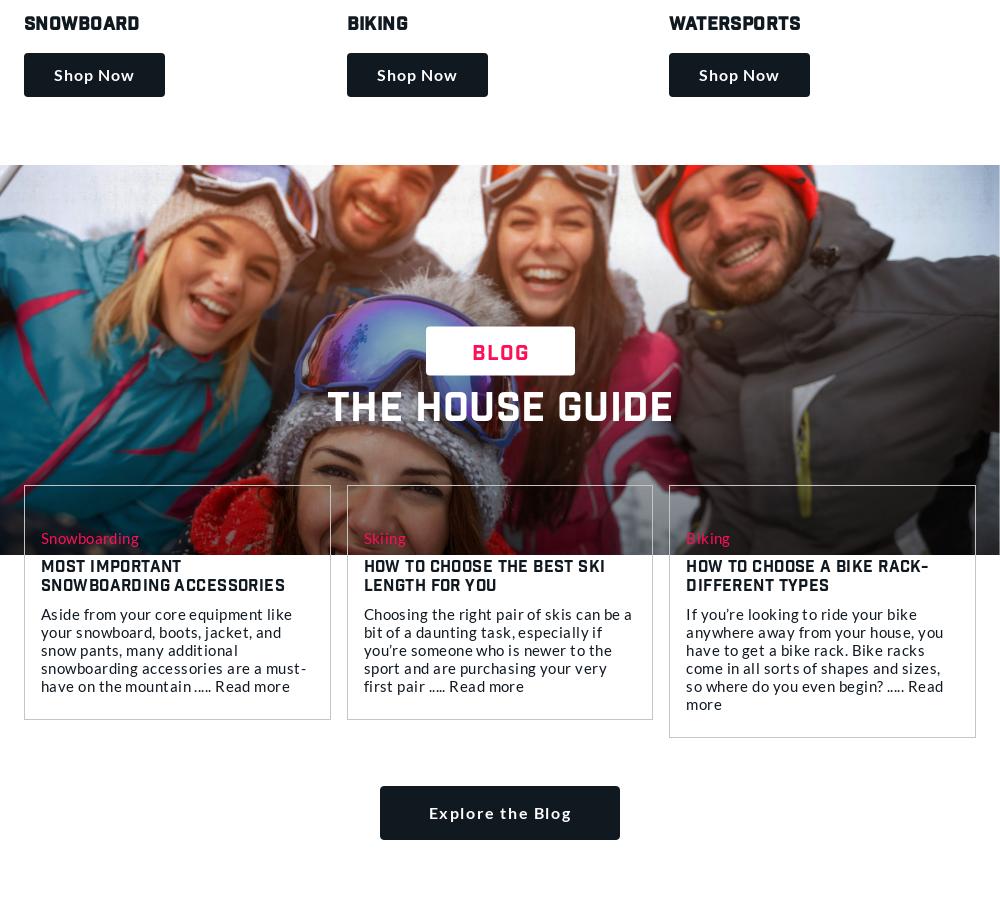 The width and height of the screenshot is (1000, 907). Describe the element at coordinates (173, 648) in the screenshot. I see `'Aside from your core equipment like your snowboard, boots, jacket, and snow pants, many additional snowboarding accessories are a must-have on the mountain ..... Read more'` at that location.